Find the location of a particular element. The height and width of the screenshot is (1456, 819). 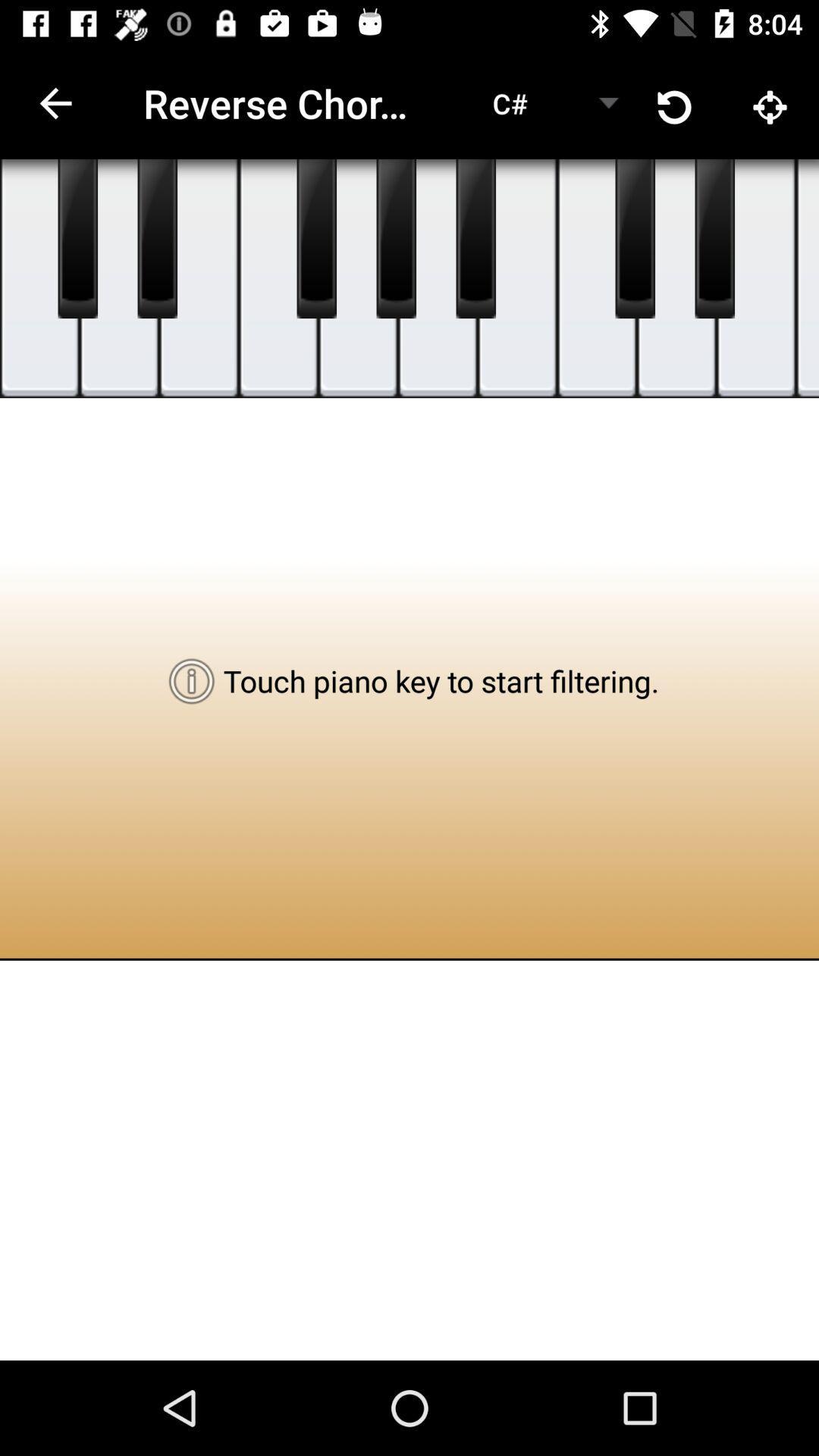

the 2nd black piano key from the right is located at coordinates (635, 238).